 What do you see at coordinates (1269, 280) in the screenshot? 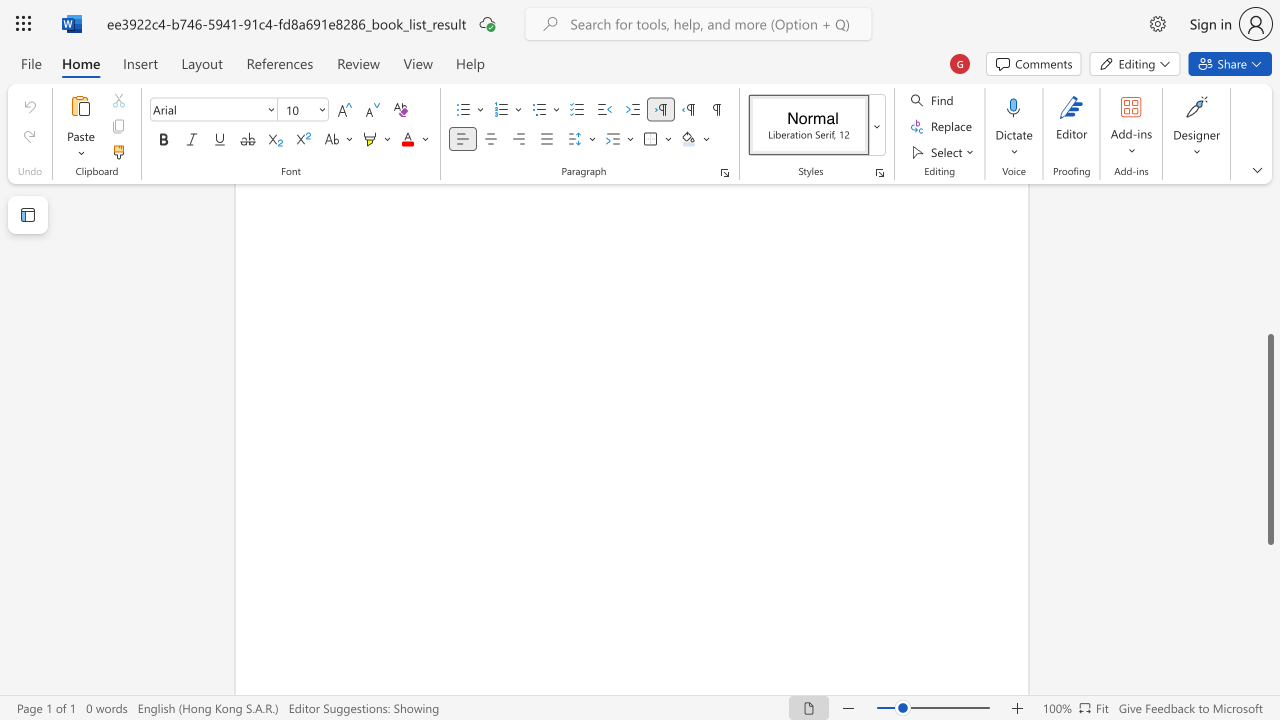
I see `the scrollbar to scroll the page up` at bounding box center [1269, 280].